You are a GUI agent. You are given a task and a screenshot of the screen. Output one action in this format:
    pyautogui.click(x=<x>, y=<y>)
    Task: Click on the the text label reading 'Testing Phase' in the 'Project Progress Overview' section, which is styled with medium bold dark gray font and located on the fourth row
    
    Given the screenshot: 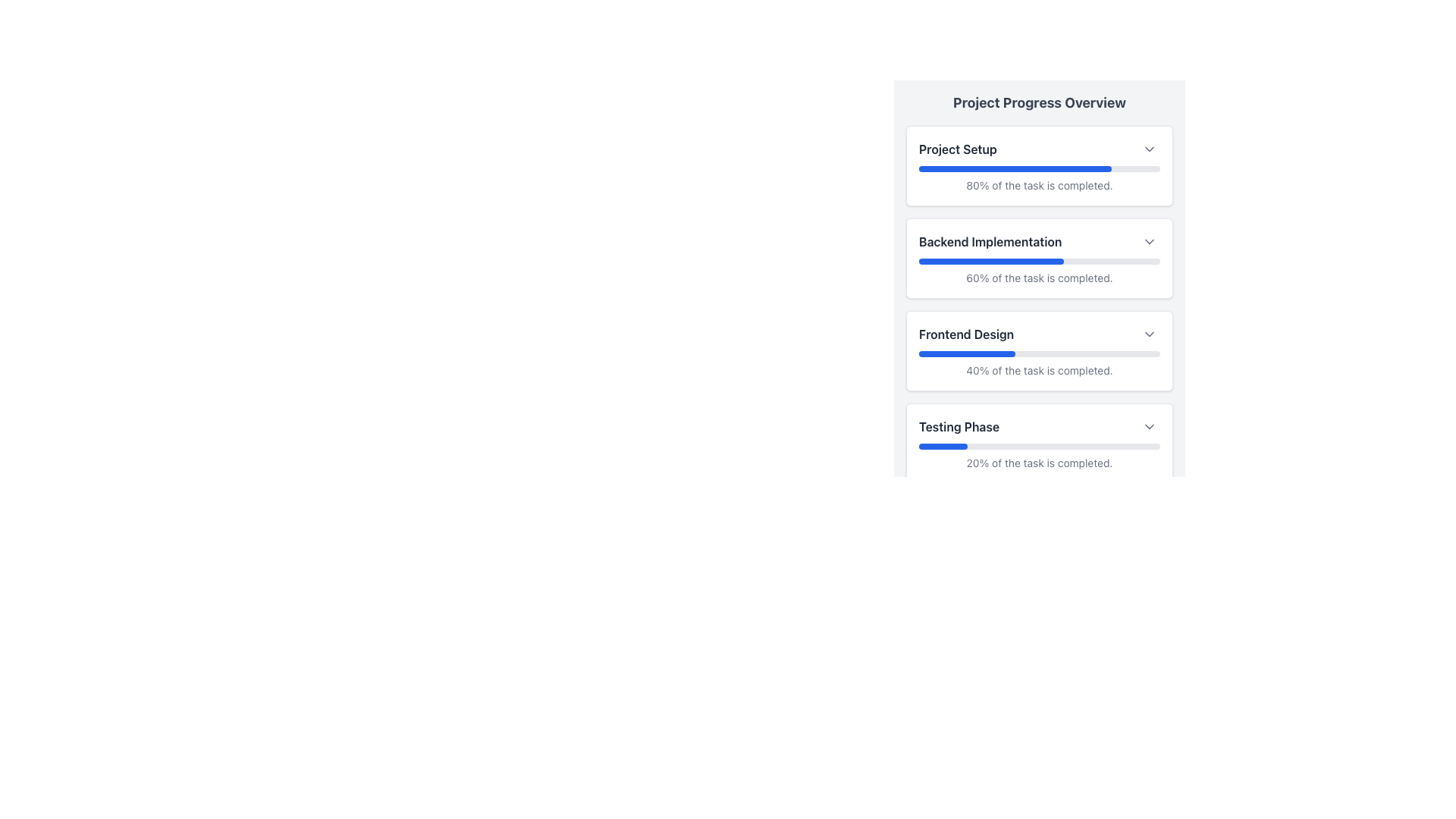 What is the action you would take?
    pyautogui.click(x=958, y=427)
    